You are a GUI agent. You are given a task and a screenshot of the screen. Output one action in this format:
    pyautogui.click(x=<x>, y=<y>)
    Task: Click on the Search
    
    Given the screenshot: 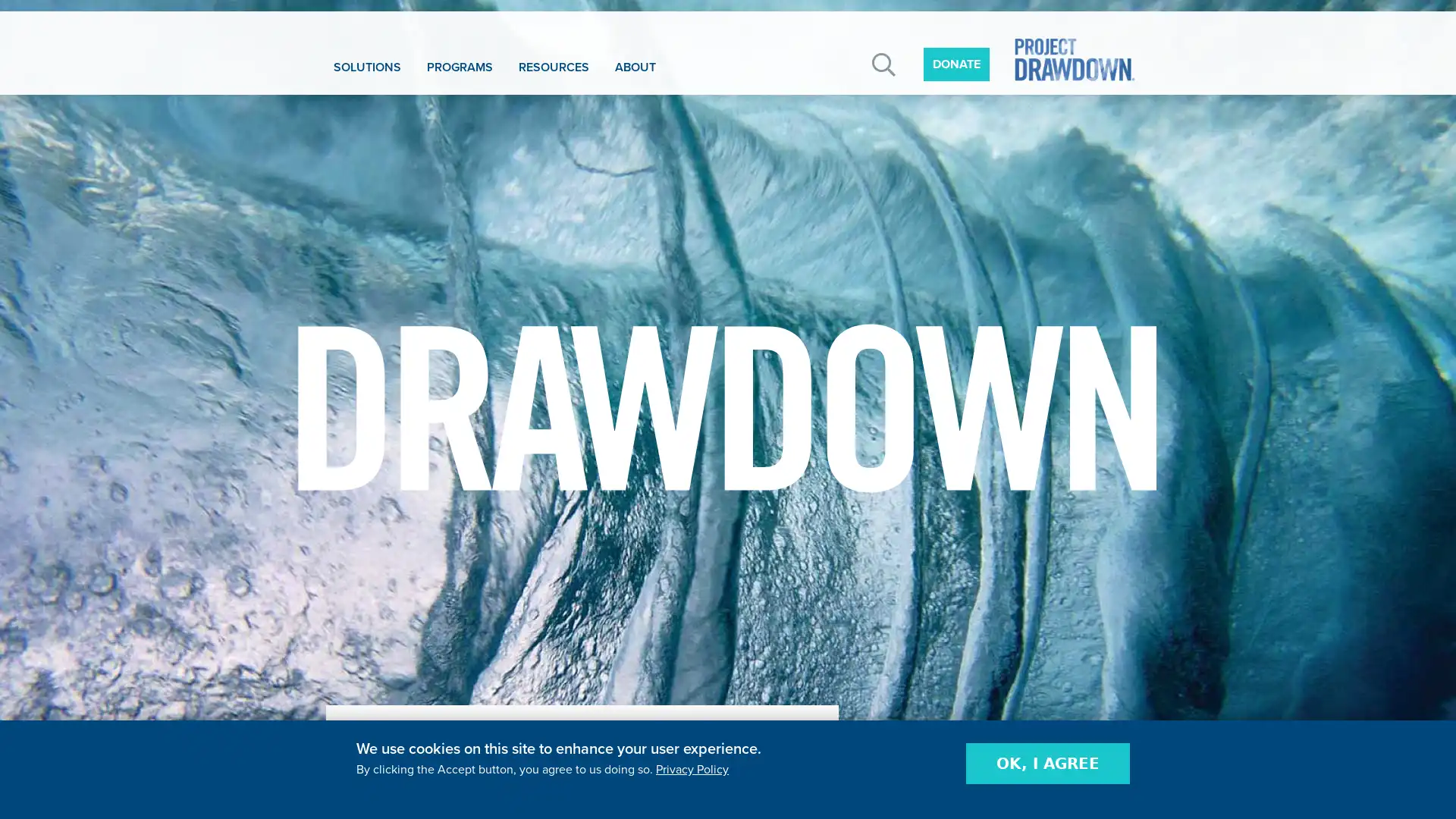 What is the action you would take?
    pyautogui.click(x=883, y=64)
    